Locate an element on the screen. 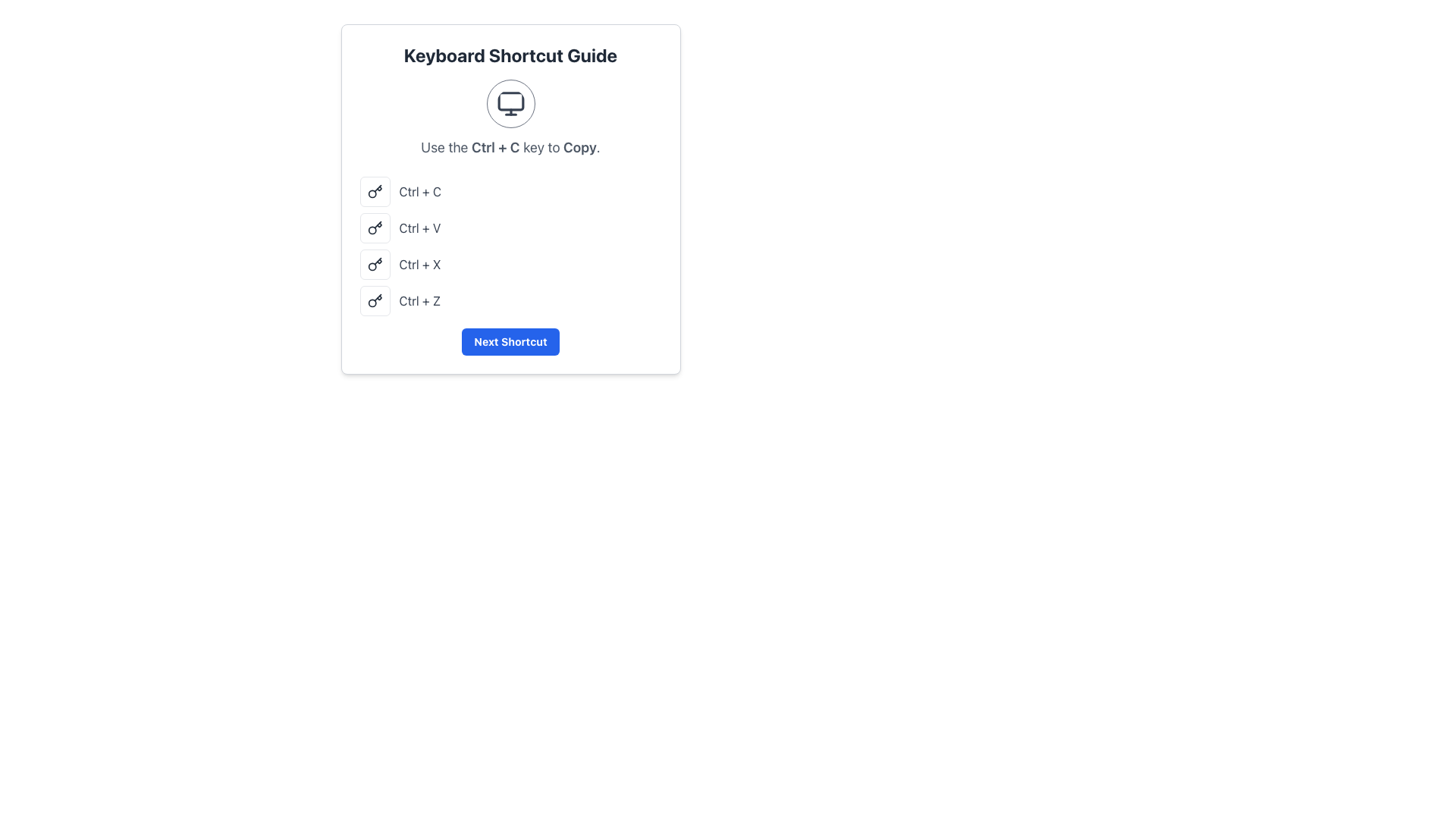 This screenshot has height=819, width=1456. word 'Copy' from the Text Label located to the right of 'Ctrl + C' within the instruction text is located at coordinates (579, 147).